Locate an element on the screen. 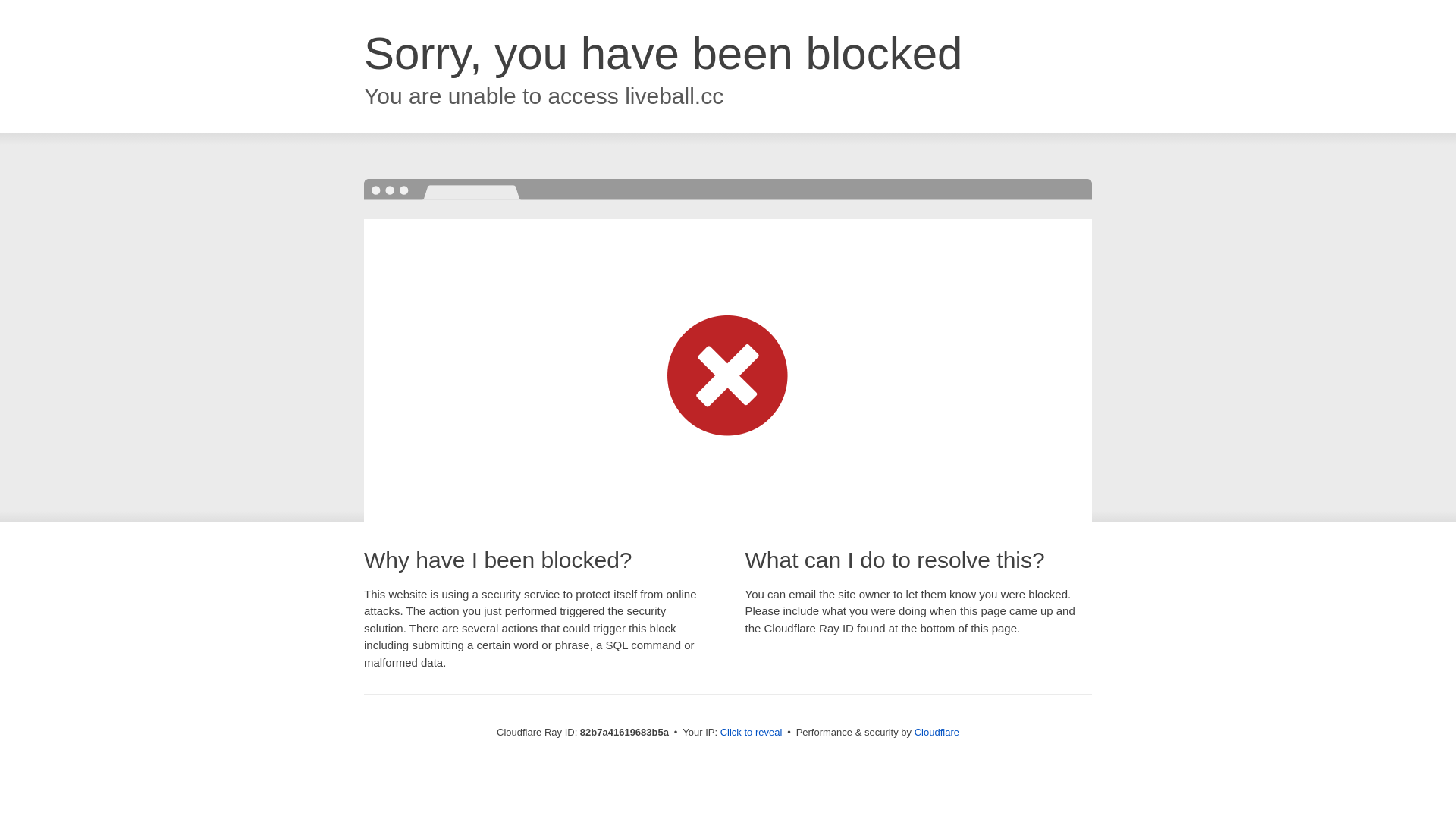 Image resolution: width=1456 pixels, height=819 pixels. 'Cloudflare' is located at coordinates (936, 731).